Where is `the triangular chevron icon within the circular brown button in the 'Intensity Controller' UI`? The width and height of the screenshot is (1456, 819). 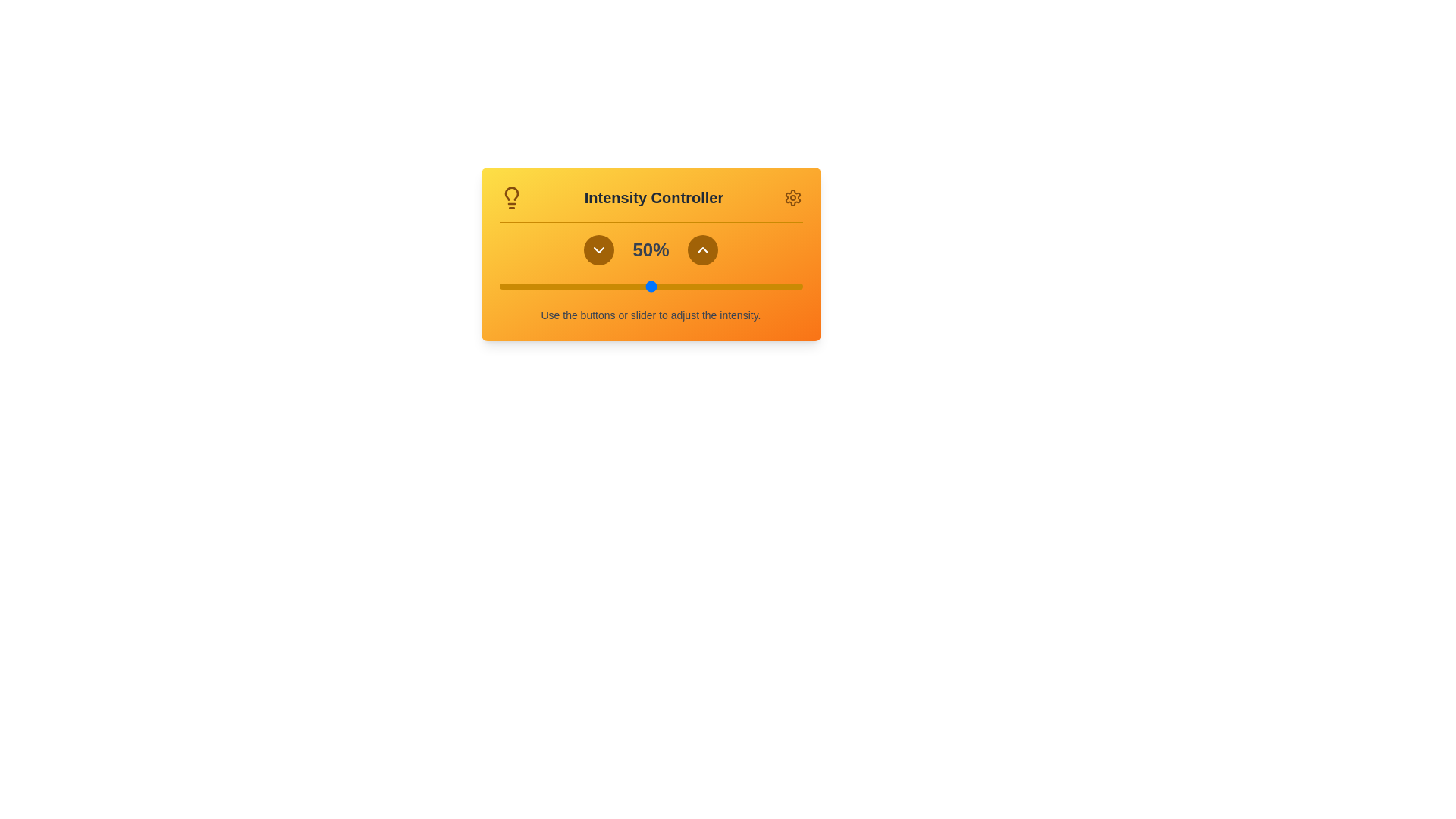 the triangular chevron icon within the circular brown button in the 'Intensity Controller' UI is located at coordinates (701, 249).